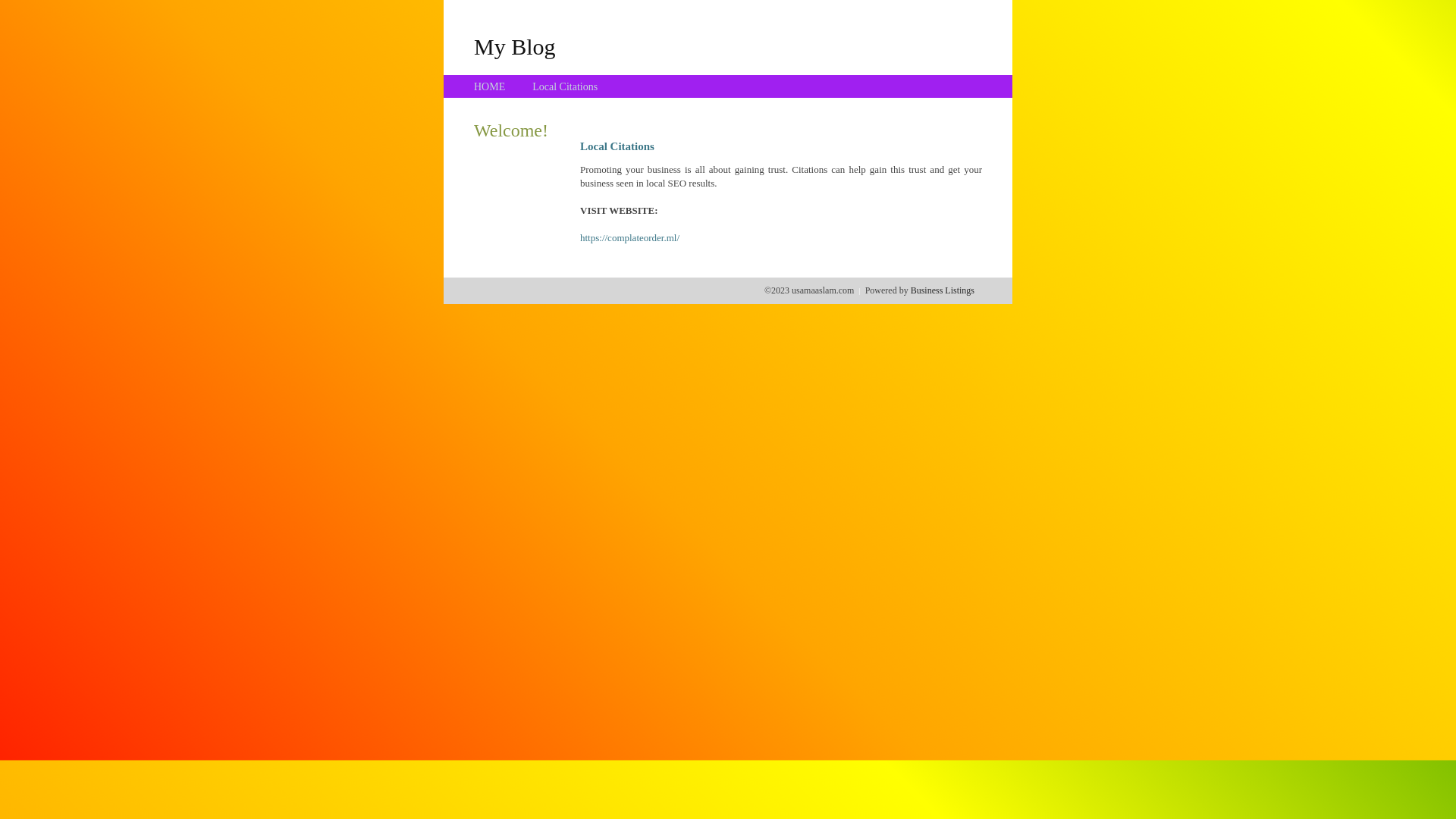 The width and height of the screenshot is (1456, 819). I want to click on 'https://complateorder.ml/', so click(629, 237).